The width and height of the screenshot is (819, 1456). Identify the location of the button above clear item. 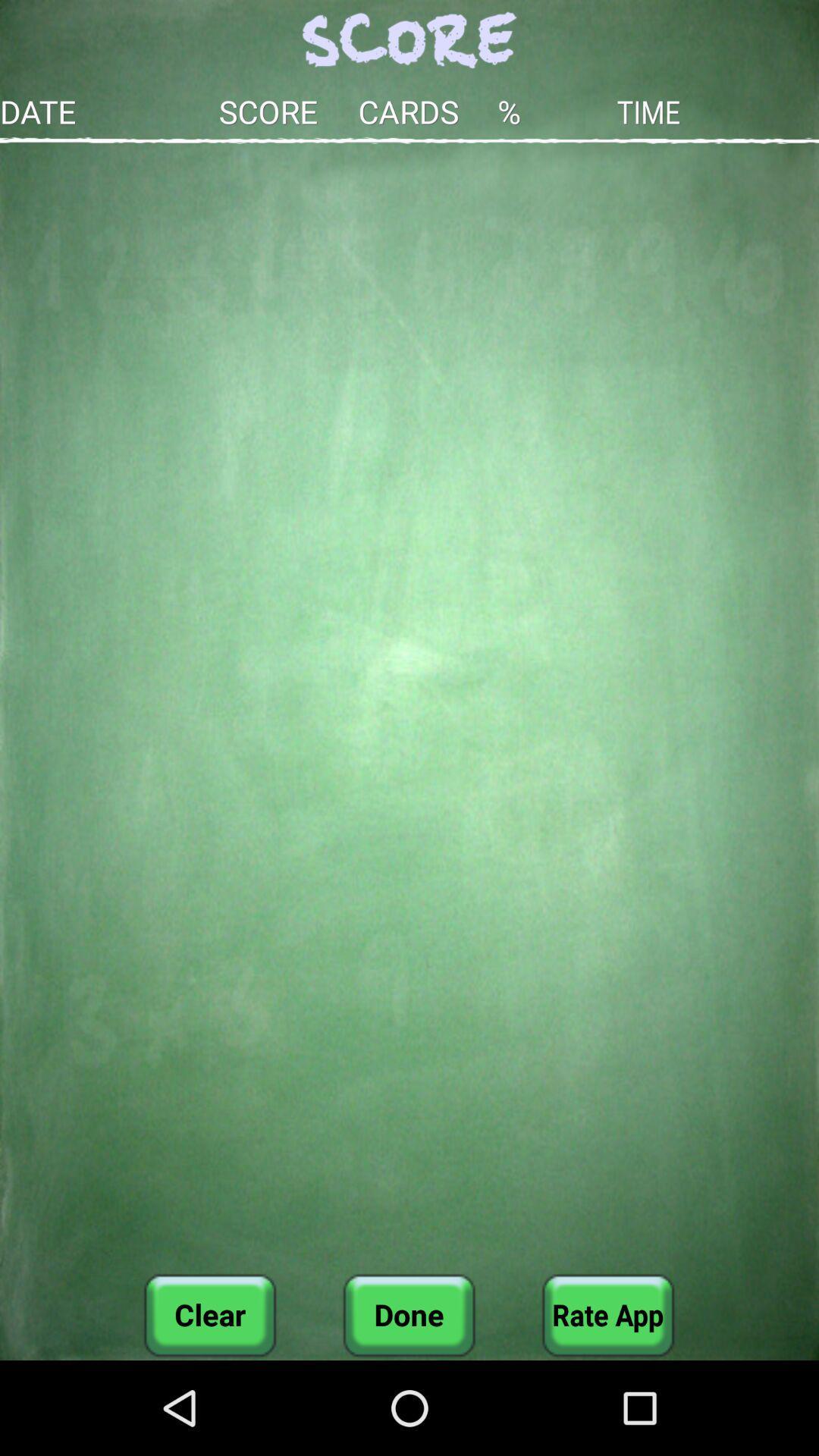
(409, 708).